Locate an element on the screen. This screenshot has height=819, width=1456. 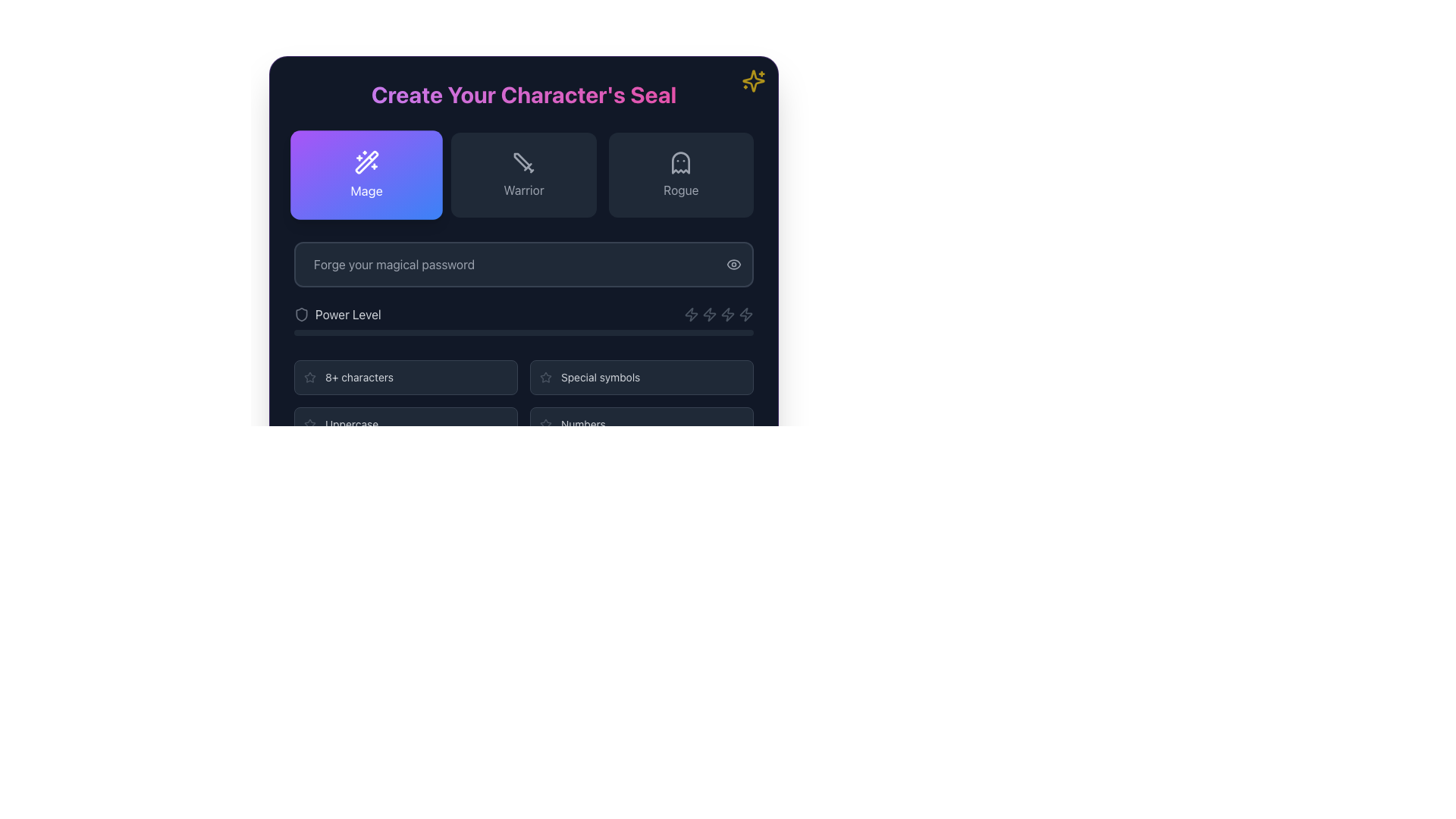
the 'Mage' button is located at coordinates (366, 174).